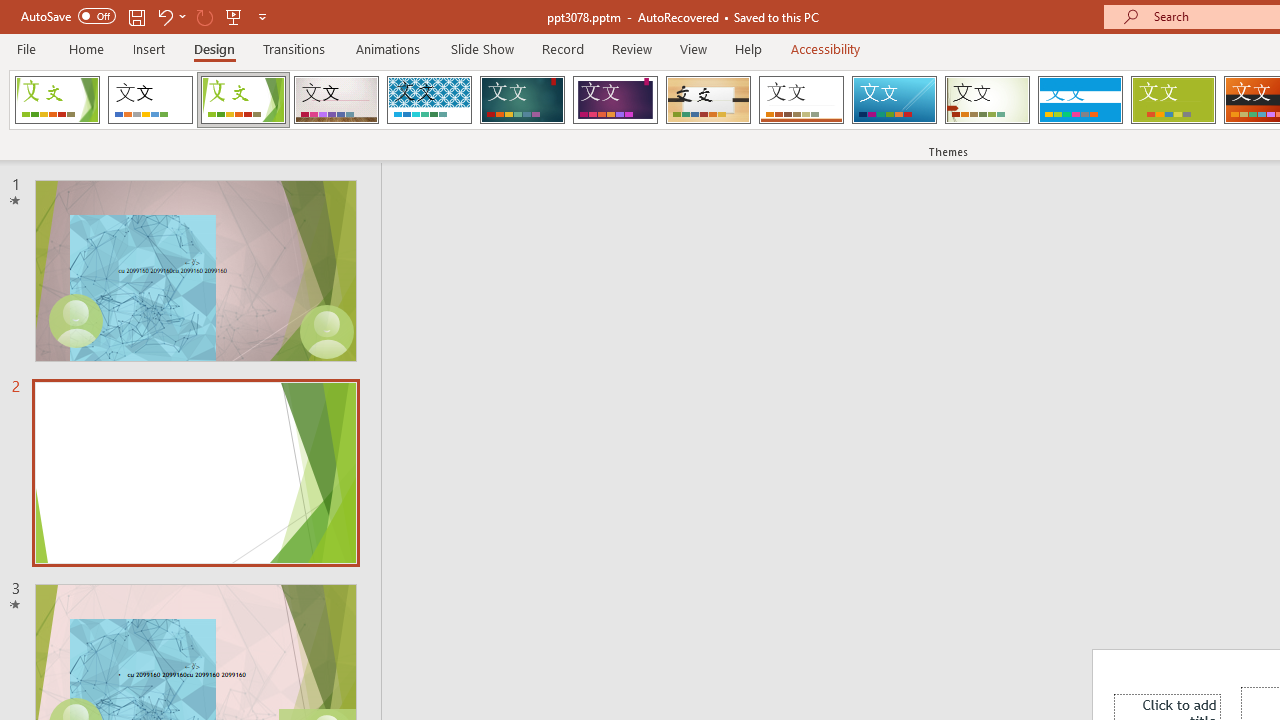  What do you see at coordinates (149, 100) in the screenshot?
I see `'Office Theme'` at bounding box center [149, 100].